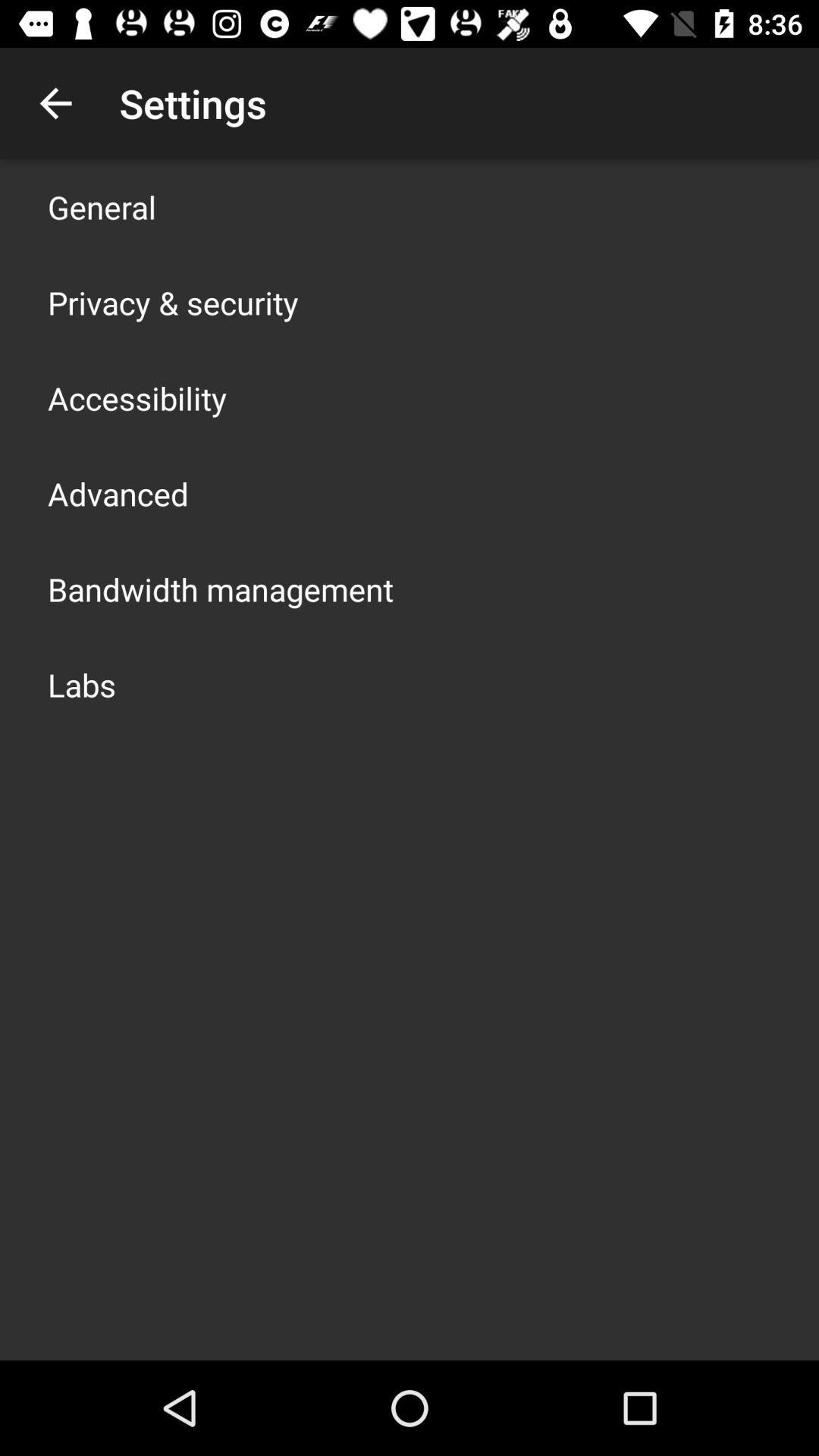 This screenshot has width=819, height=1456. I want to click on the item next to the settings, so click(55, 102).